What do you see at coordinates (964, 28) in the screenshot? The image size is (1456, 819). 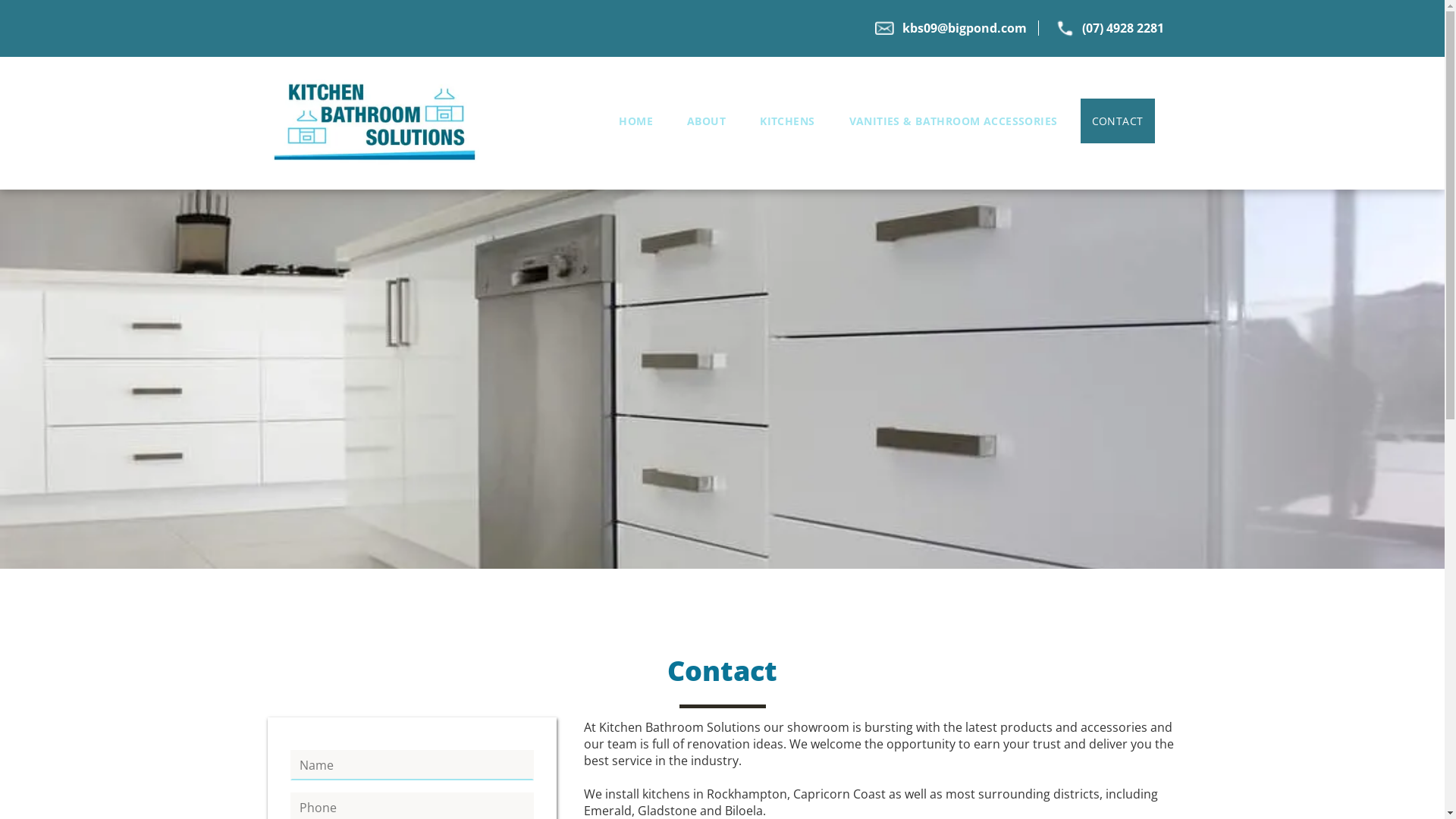 I see `'kbs09@bigpond.com'` at bounding box center [964, 28].